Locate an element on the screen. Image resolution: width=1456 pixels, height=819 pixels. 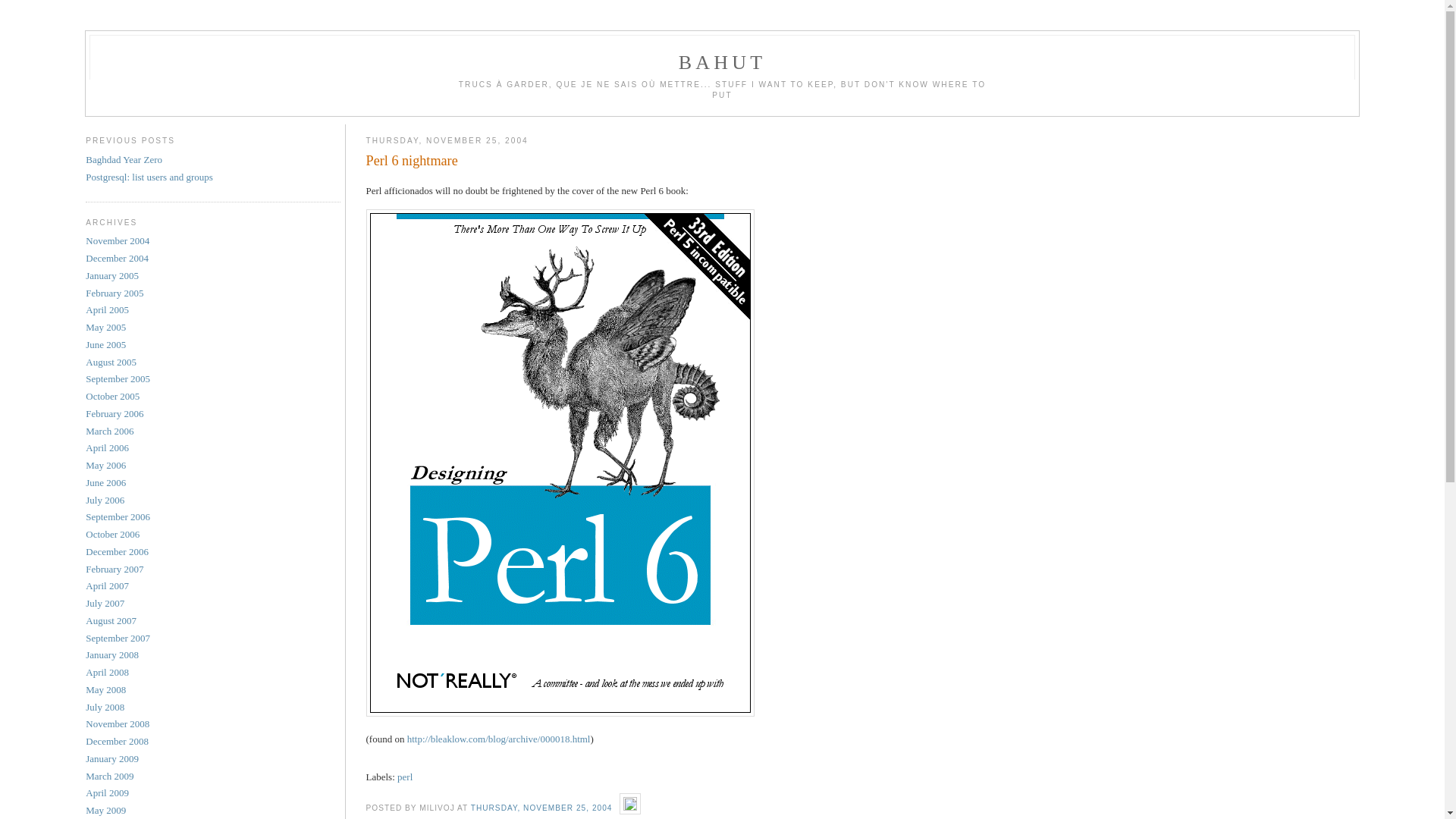
'May 2006' is located at coordinates (105, 464).